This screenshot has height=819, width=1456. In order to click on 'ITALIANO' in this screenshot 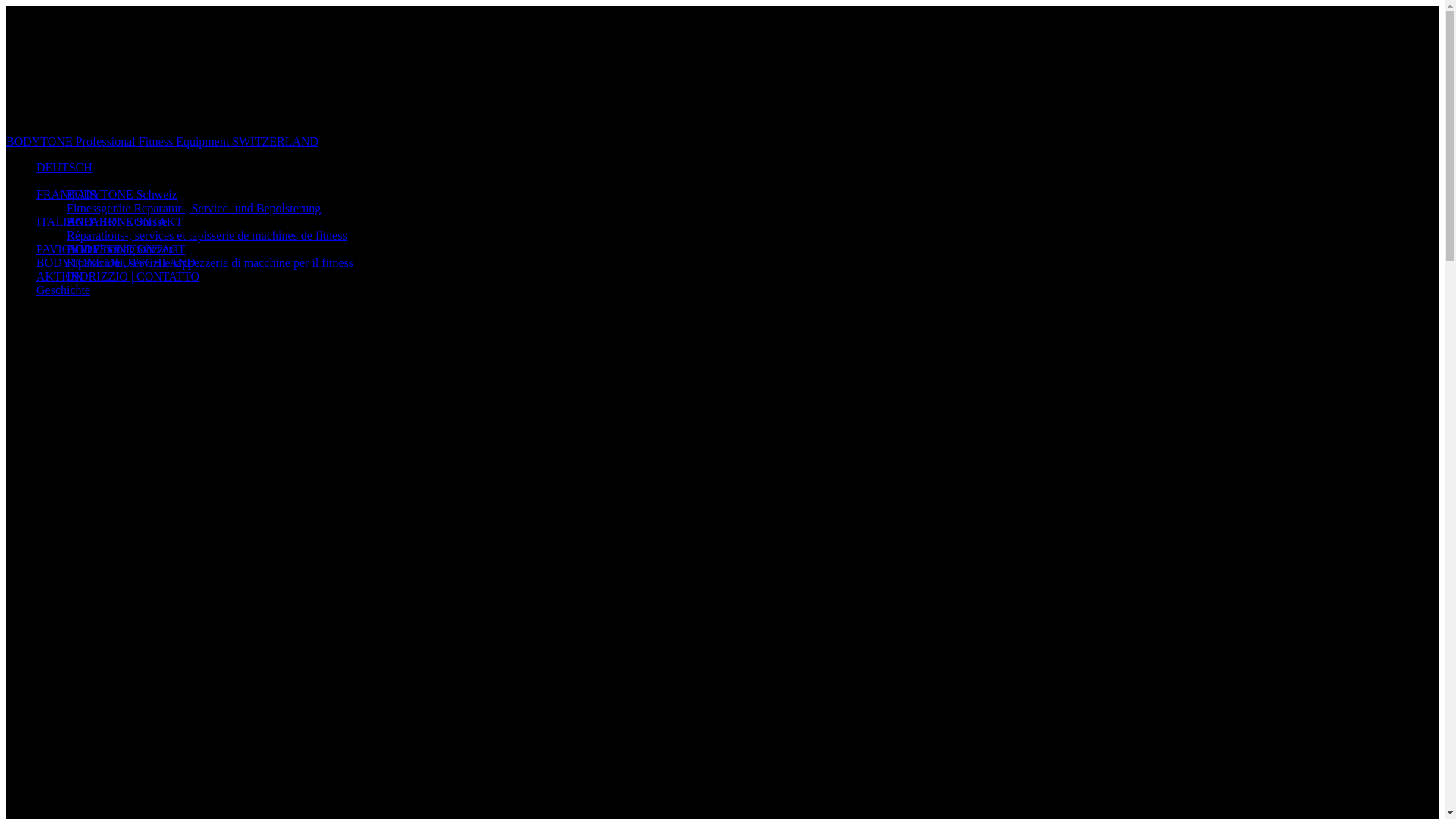, I will do `click(64, 221)`.